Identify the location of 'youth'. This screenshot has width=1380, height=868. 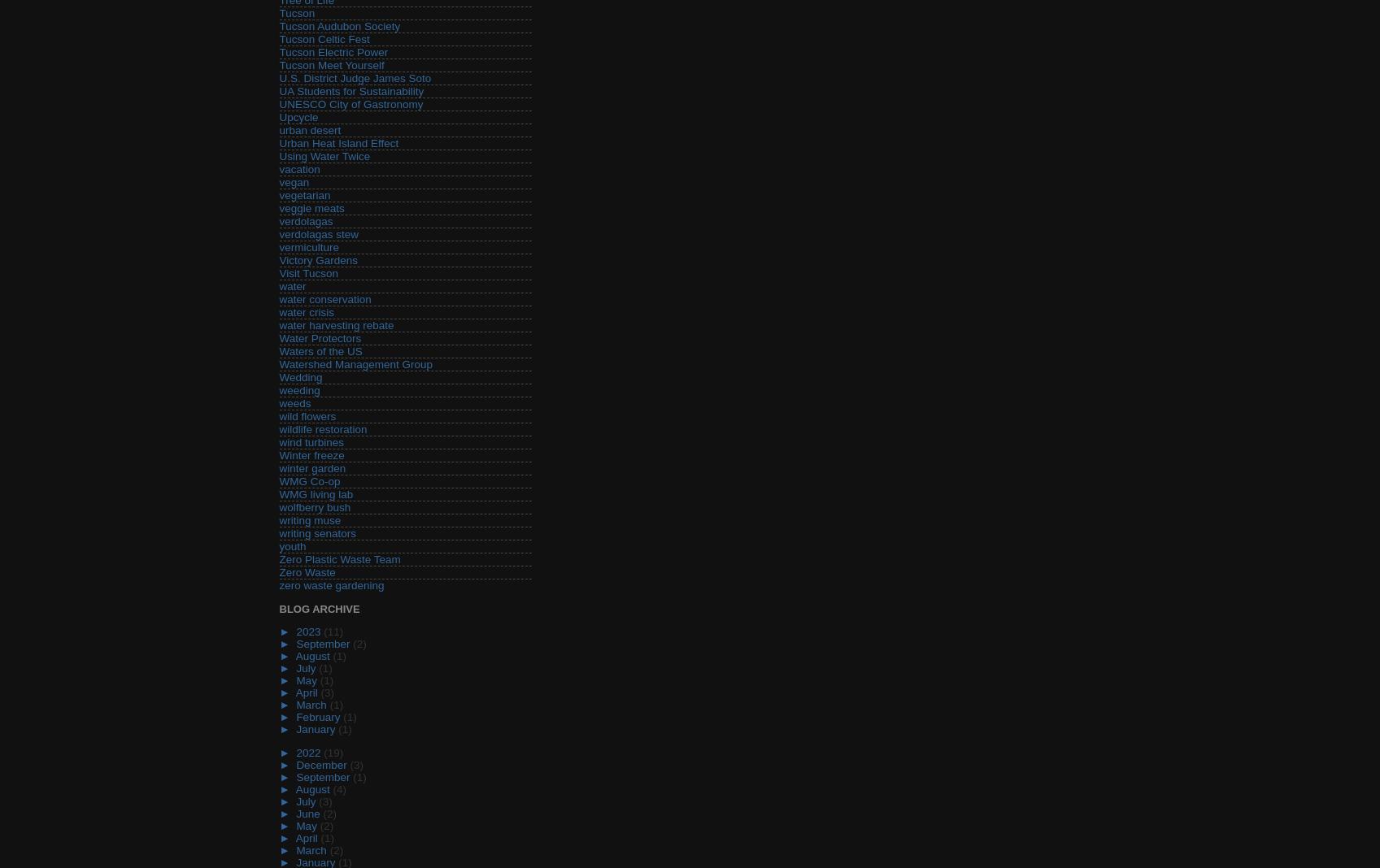
(292, 546).